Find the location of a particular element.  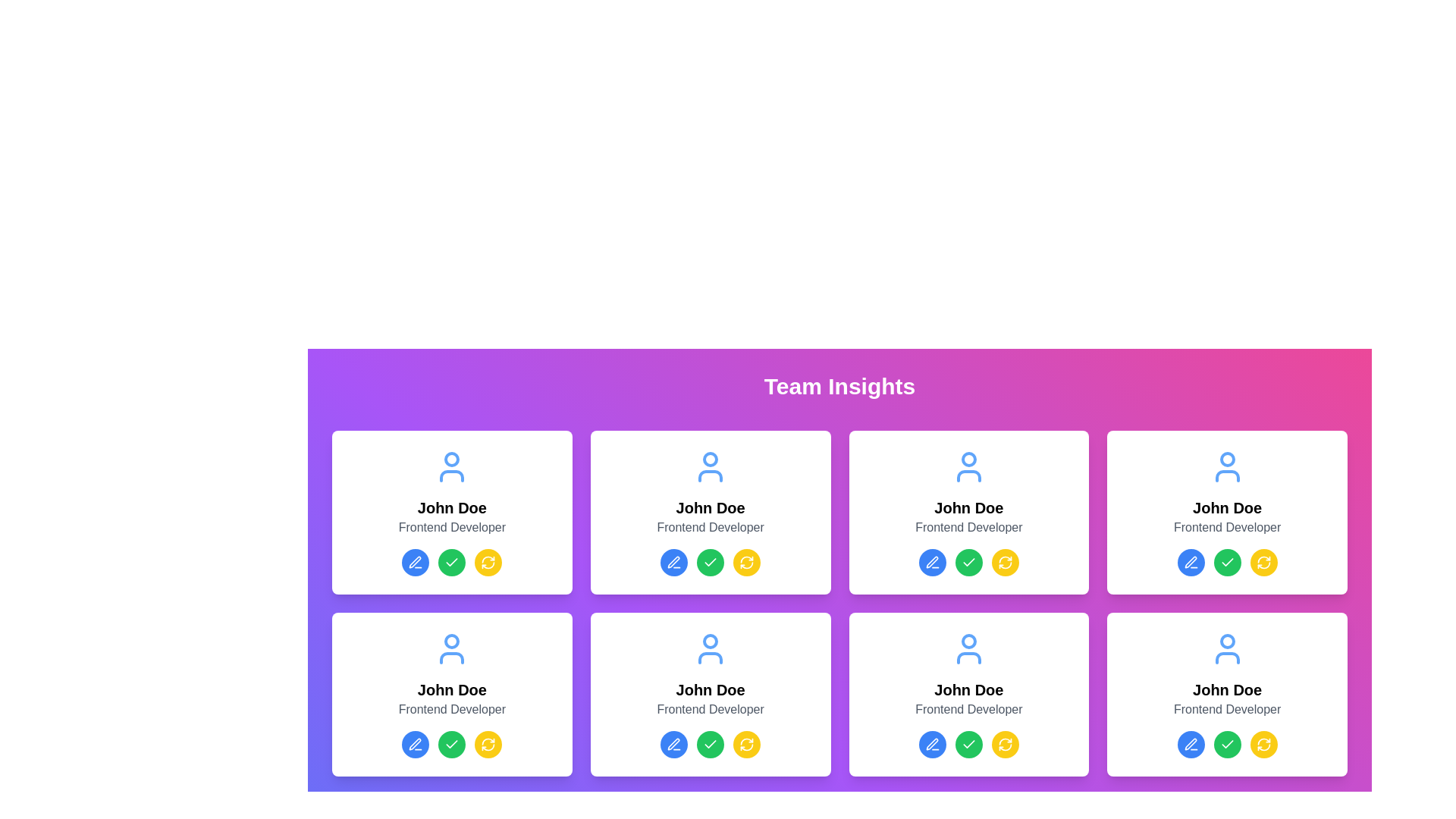

the text label that identifies the associated individual in the second row, first column of the user cards grid is located at coordinates (451, 690).